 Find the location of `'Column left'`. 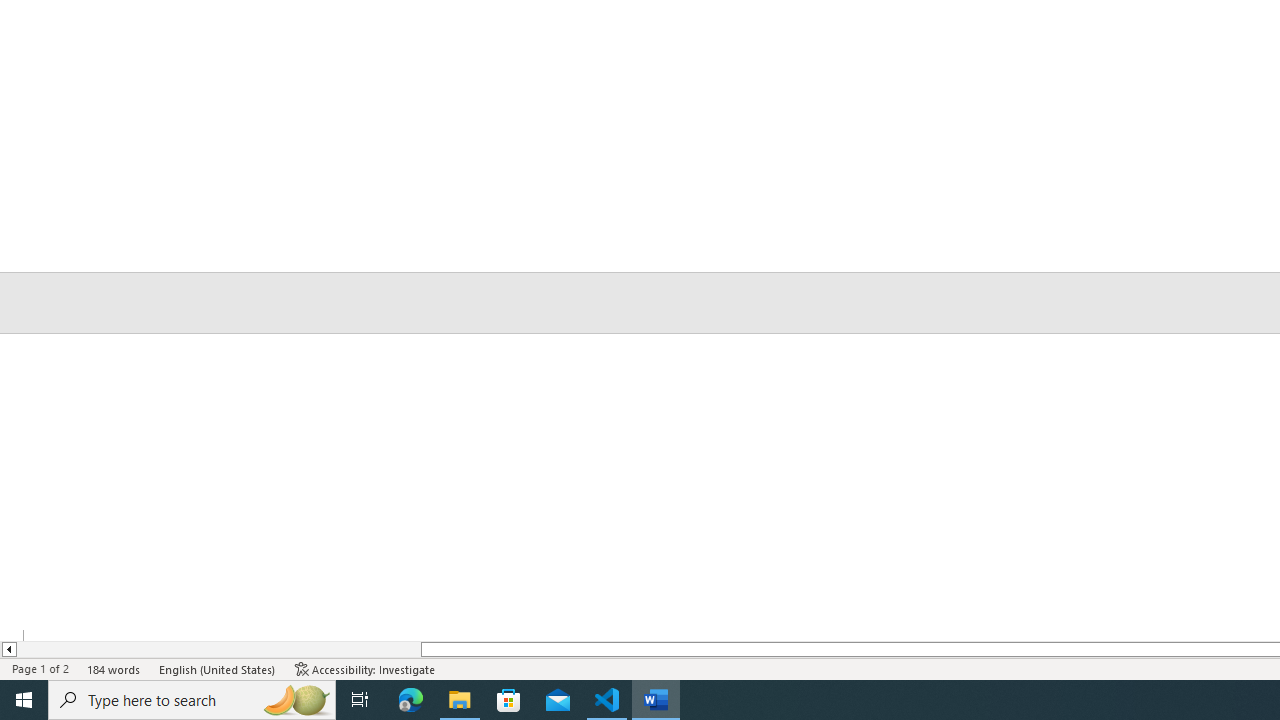

'Column left' is located at coordinates (8, 649).